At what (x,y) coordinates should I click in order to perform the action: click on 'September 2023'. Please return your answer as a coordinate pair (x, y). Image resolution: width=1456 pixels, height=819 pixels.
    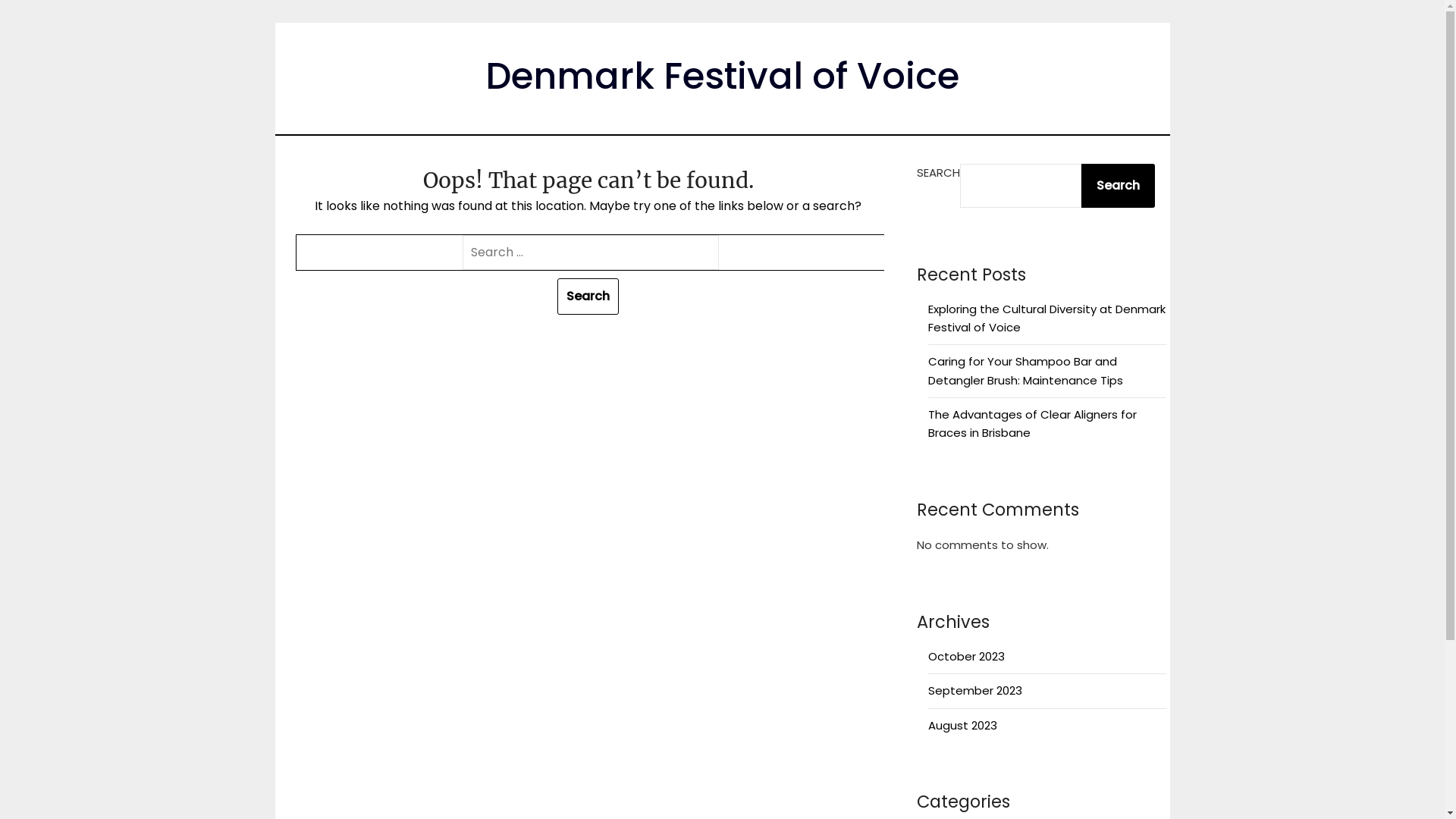
    Looking at the image, I should click on (975, 690).